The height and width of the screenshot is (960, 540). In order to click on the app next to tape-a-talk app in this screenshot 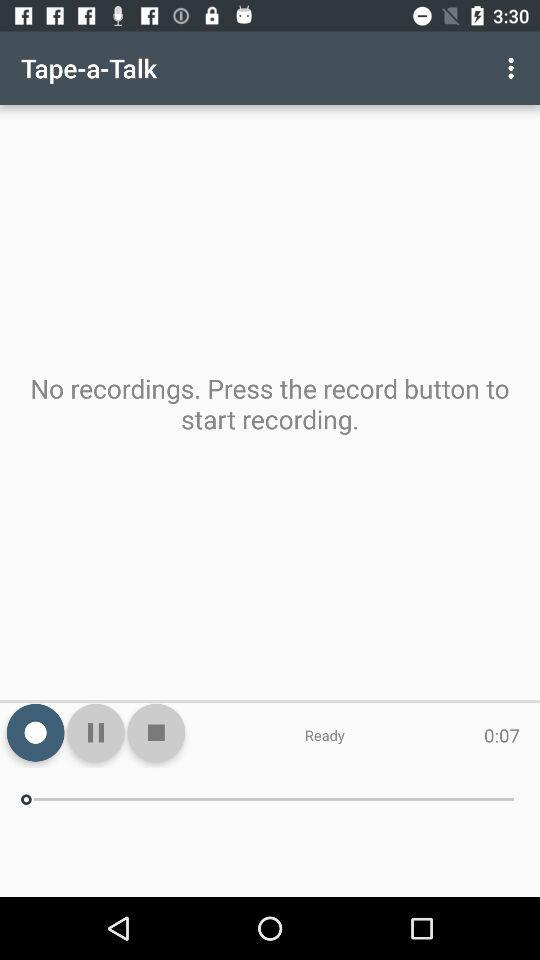, I will do `click(513, 68)`.